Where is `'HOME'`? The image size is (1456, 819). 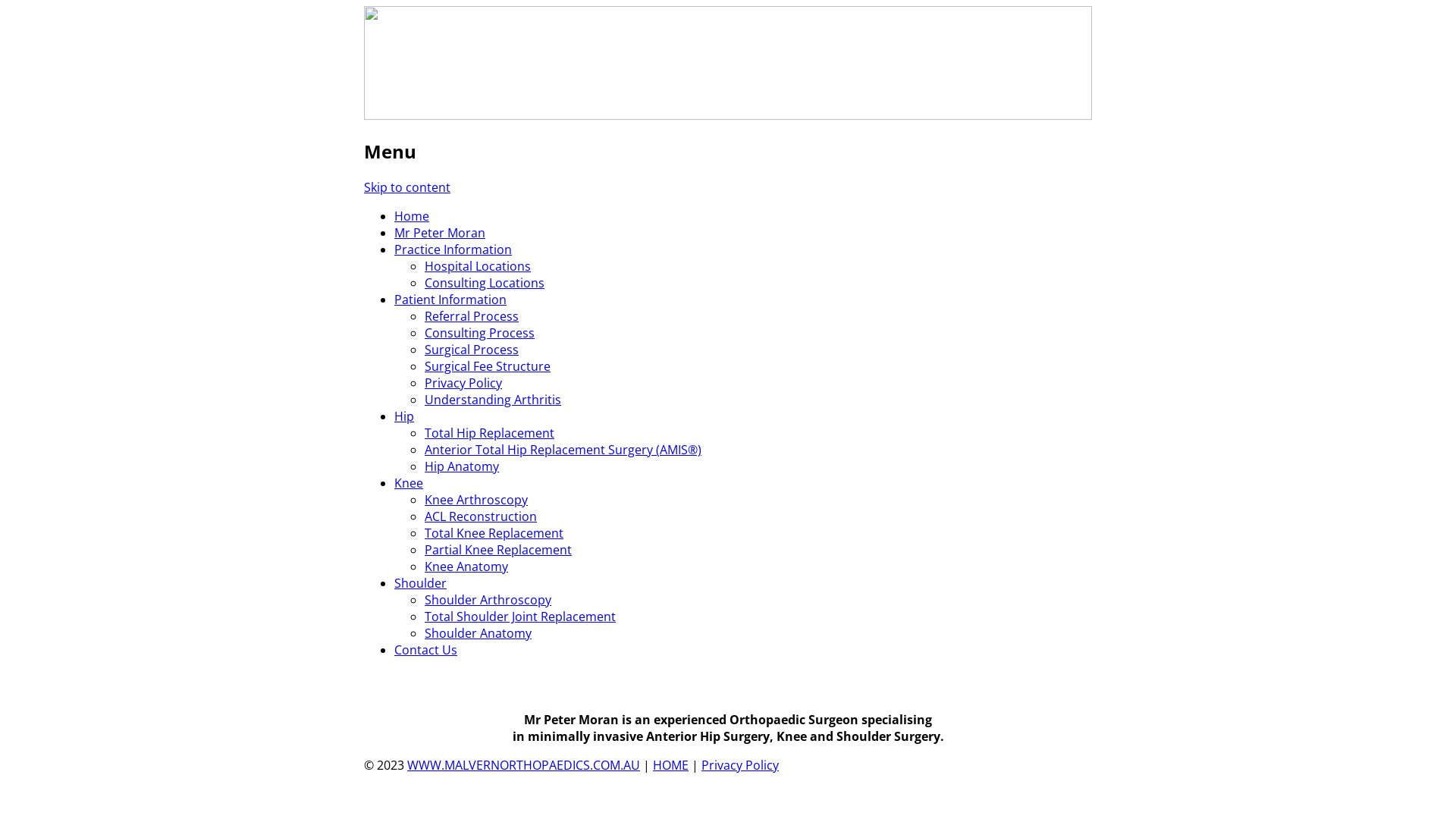
'HOME' is located at coordinates (670, 765).